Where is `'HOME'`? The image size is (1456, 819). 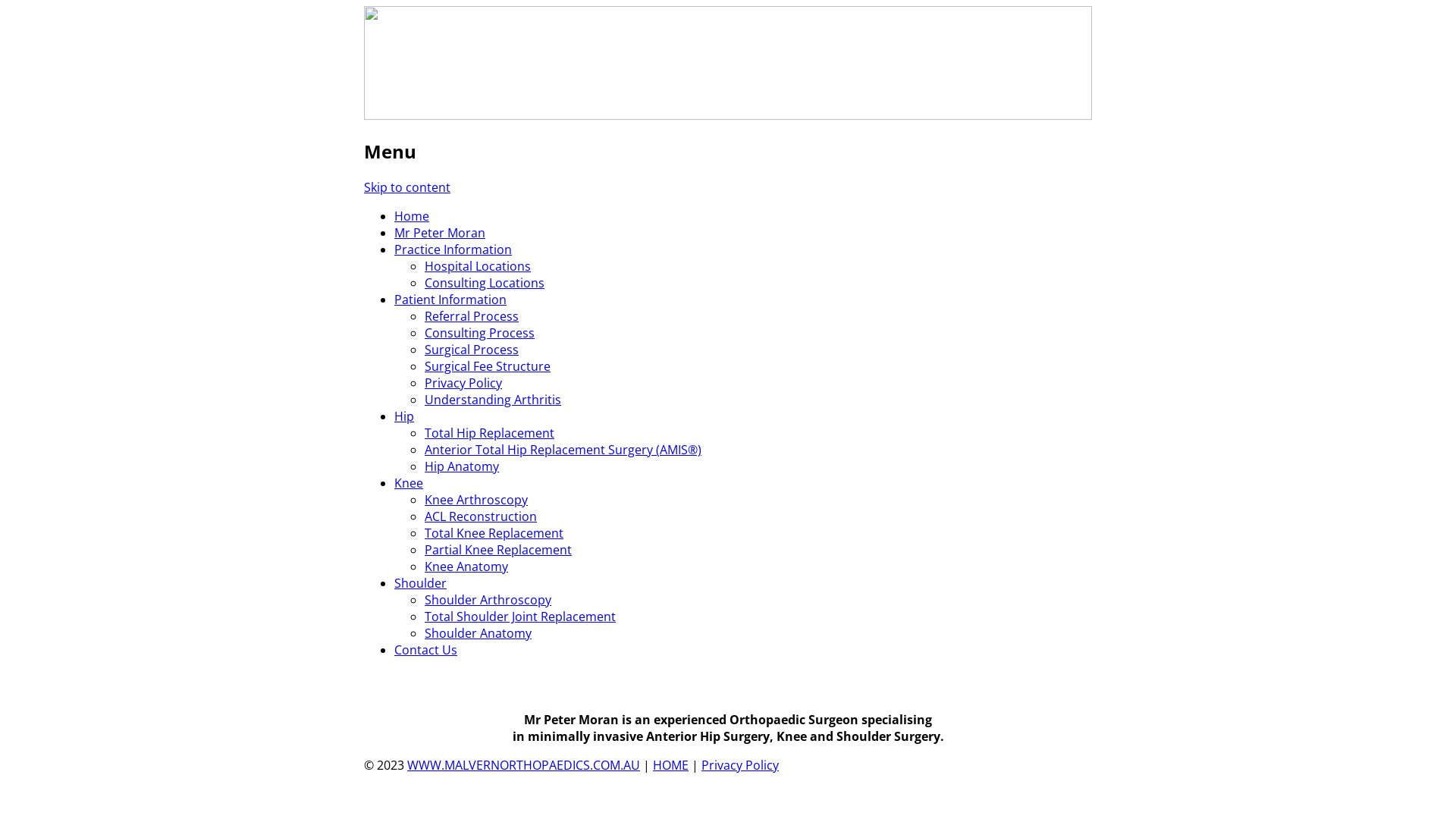
'HOME' is located at coordinates (670, 765).